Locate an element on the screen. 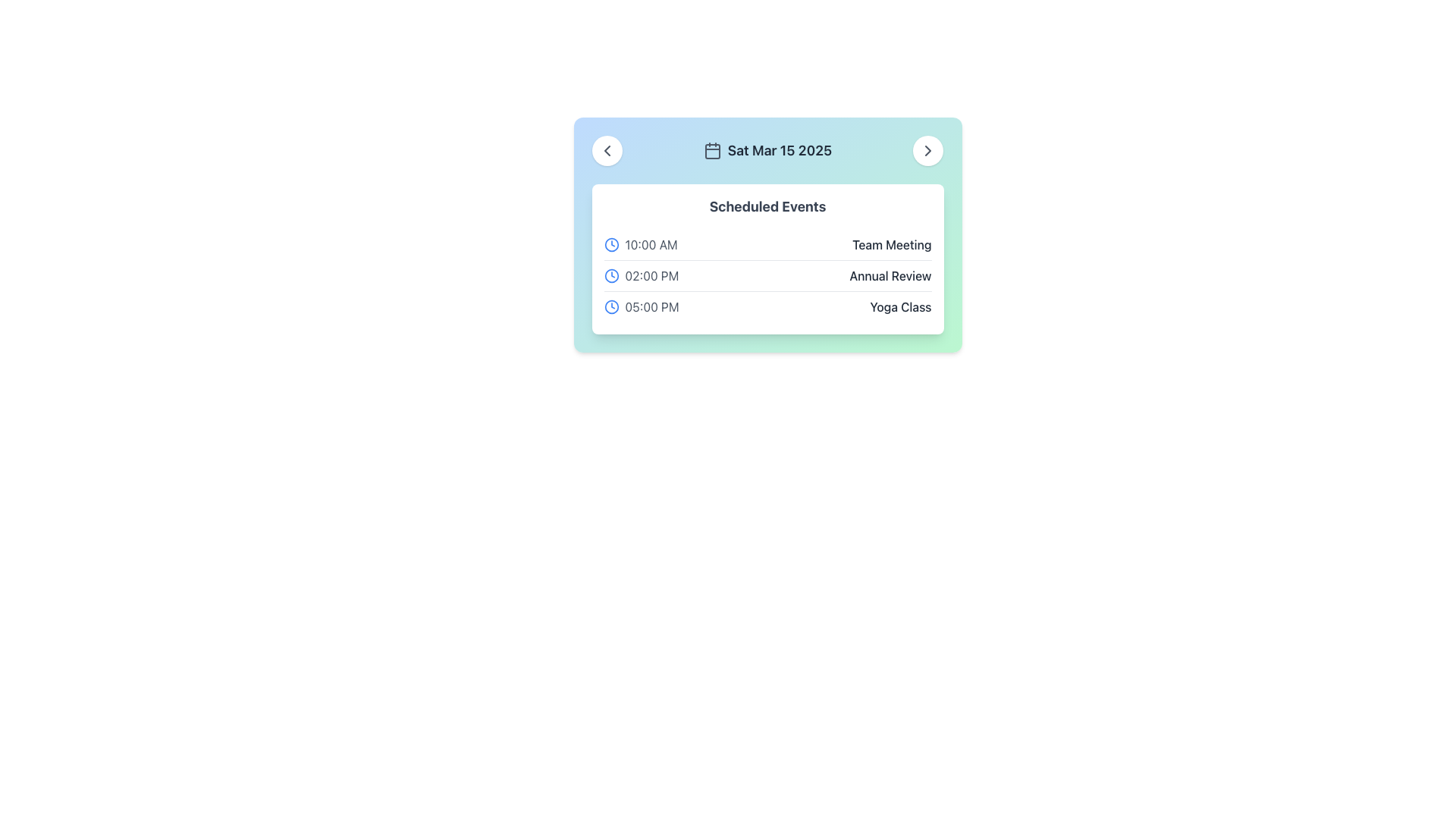  the SVG Circle element that visually represents the time indicator in the clock icon next to '5:00 PM' in the 'Scheduled Events' section is located at coordinates (611, 307).